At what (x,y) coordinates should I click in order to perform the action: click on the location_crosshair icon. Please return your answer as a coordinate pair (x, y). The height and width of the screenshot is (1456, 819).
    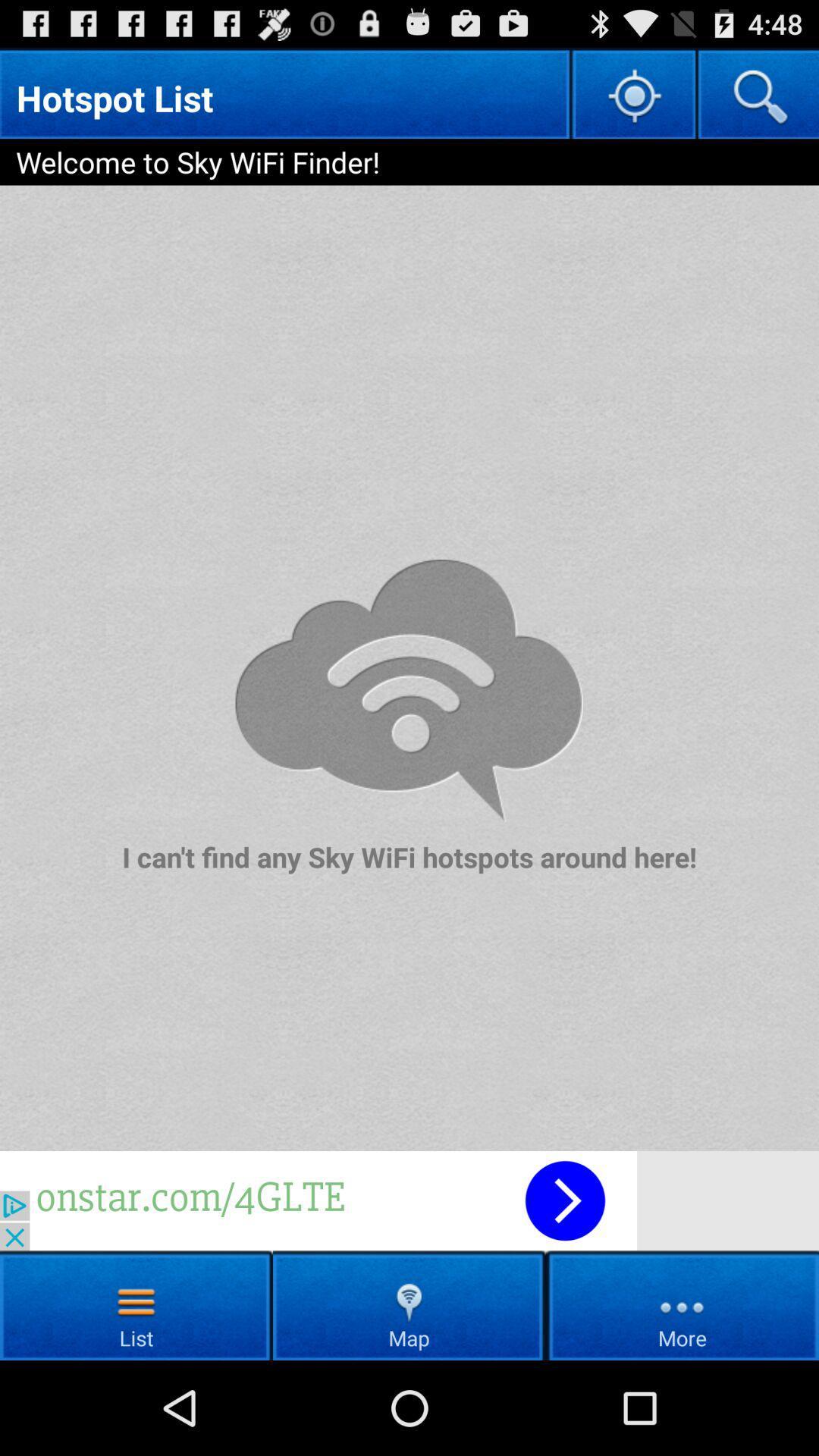
    Looking at the image, I should click on (632, 101).